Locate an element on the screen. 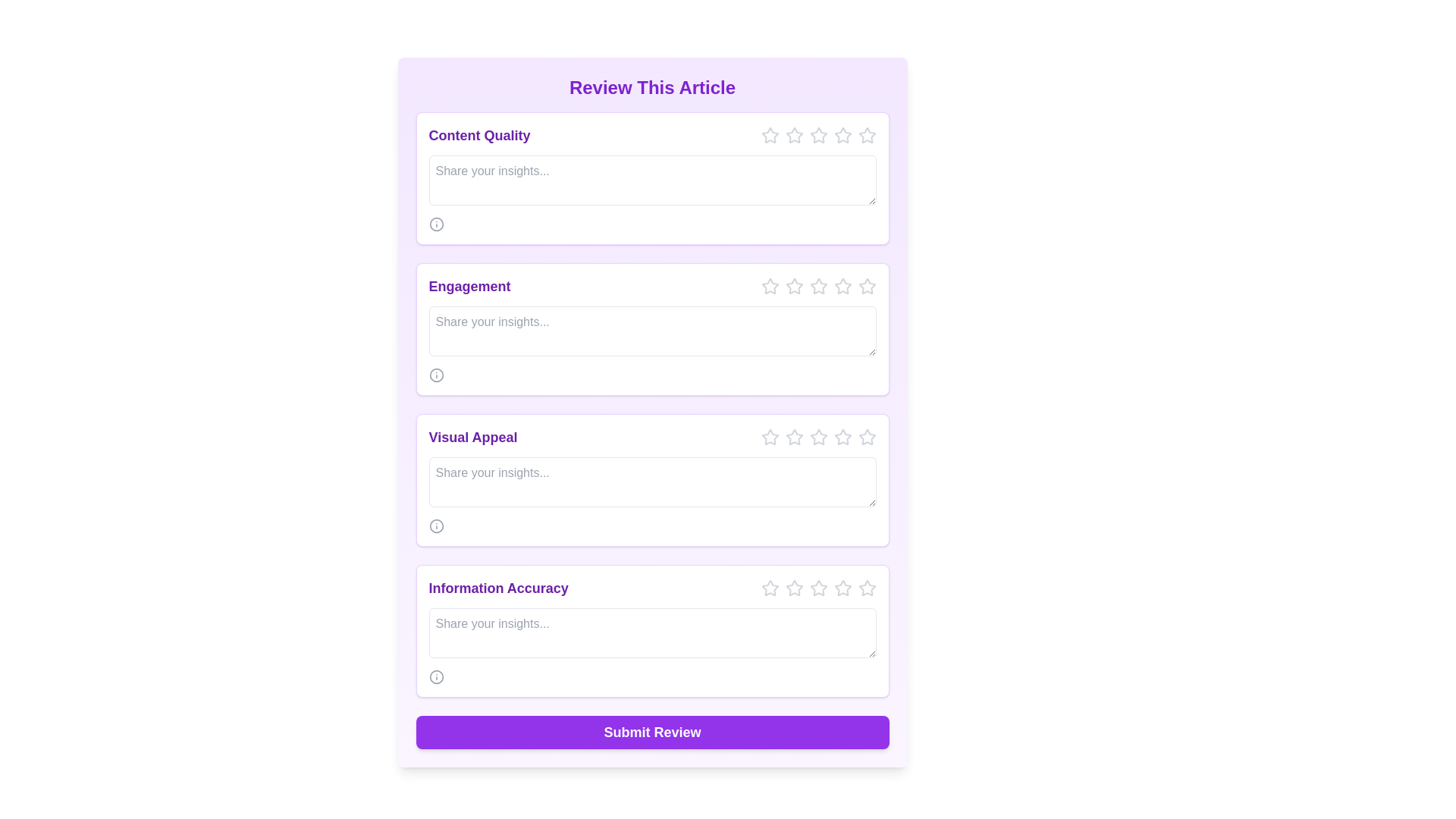 The height and width of the screenshot is (819, 1456). the third star in the rating system located in the 'Information Accuracy' section is located at coordinates (817, 587).